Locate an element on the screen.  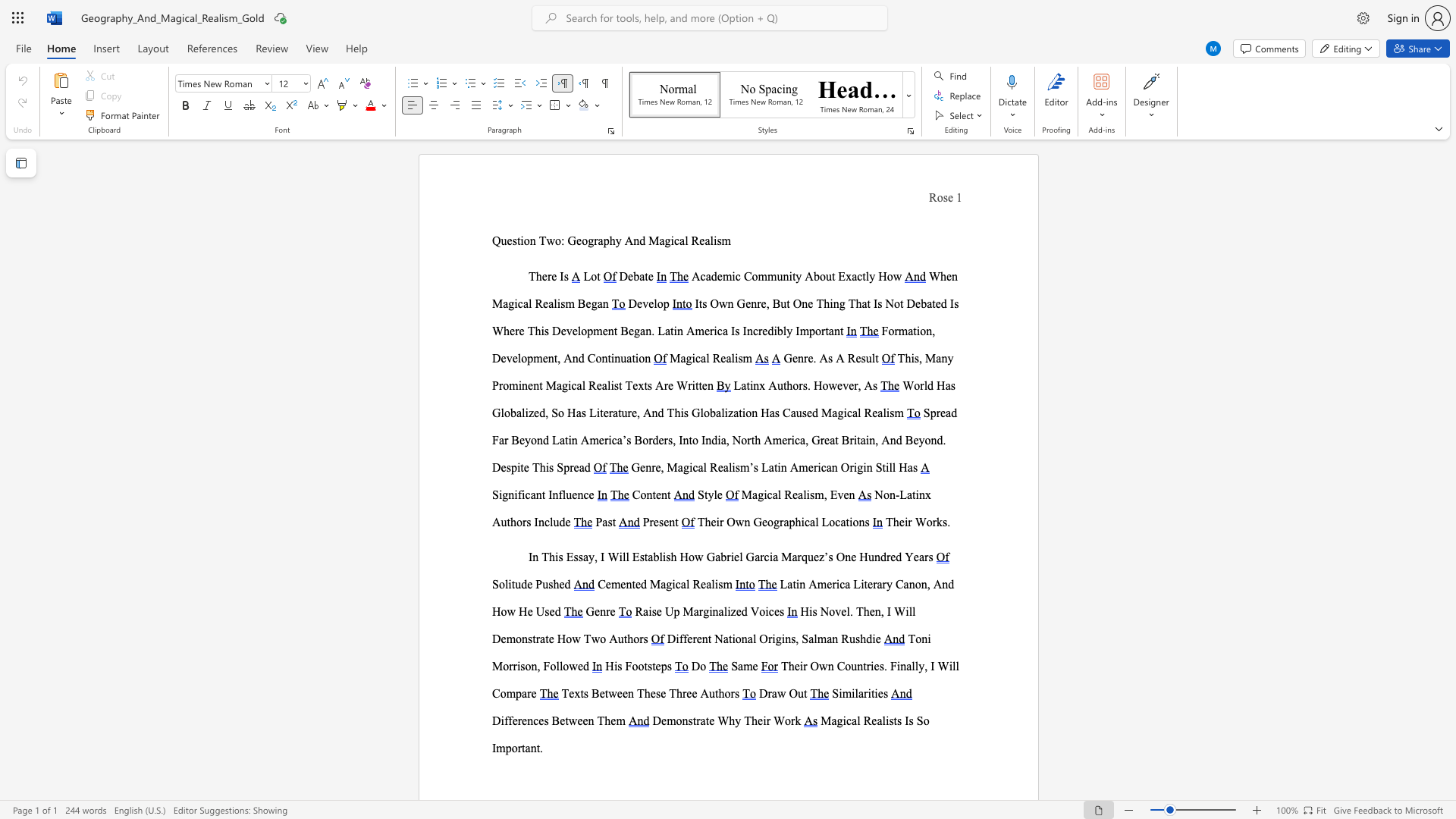
the subset text "nf" within the text "Significant Influence" is located at coordinates (551, 494).